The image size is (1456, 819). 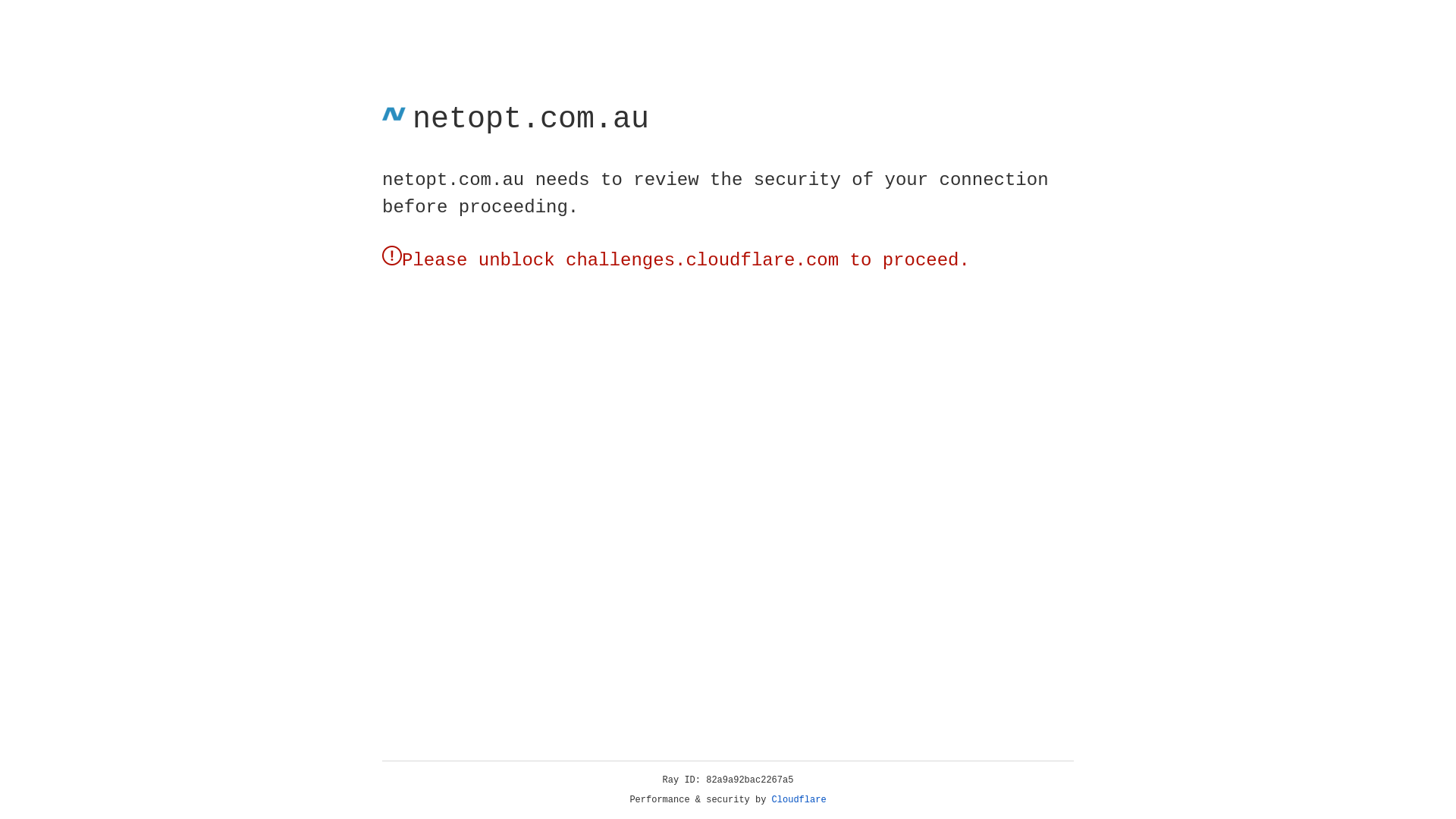 What do you see at coordinates (771, 799) in the screenshot?
I see `'Cloudflare'` at bounding box center [771, 799].